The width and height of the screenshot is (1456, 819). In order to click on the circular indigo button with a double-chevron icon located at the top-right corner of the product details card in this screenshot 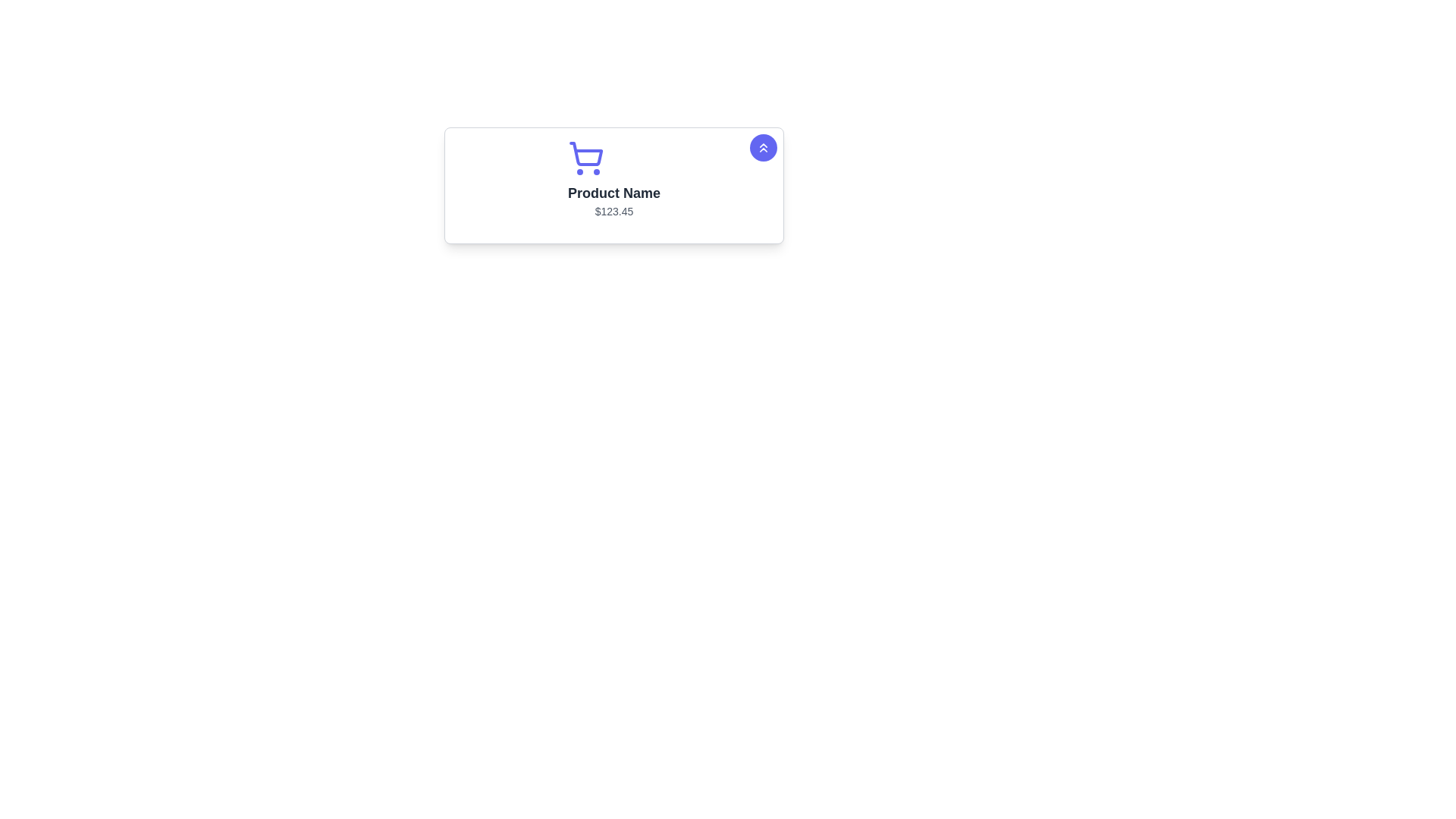, I will do `click(764, 148)`.